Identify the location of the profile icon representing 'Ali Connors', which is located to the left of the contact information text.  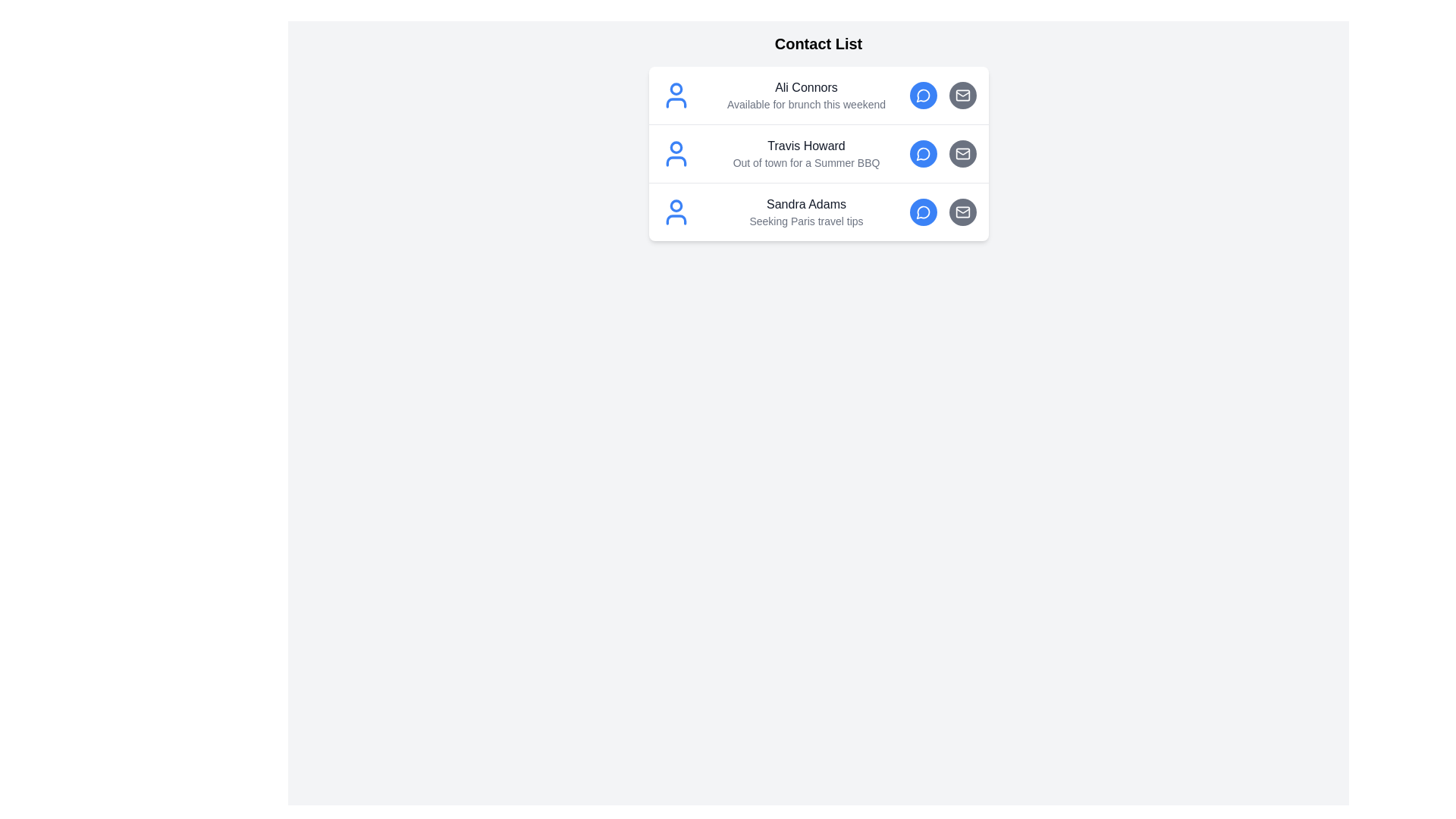
(675, 96).